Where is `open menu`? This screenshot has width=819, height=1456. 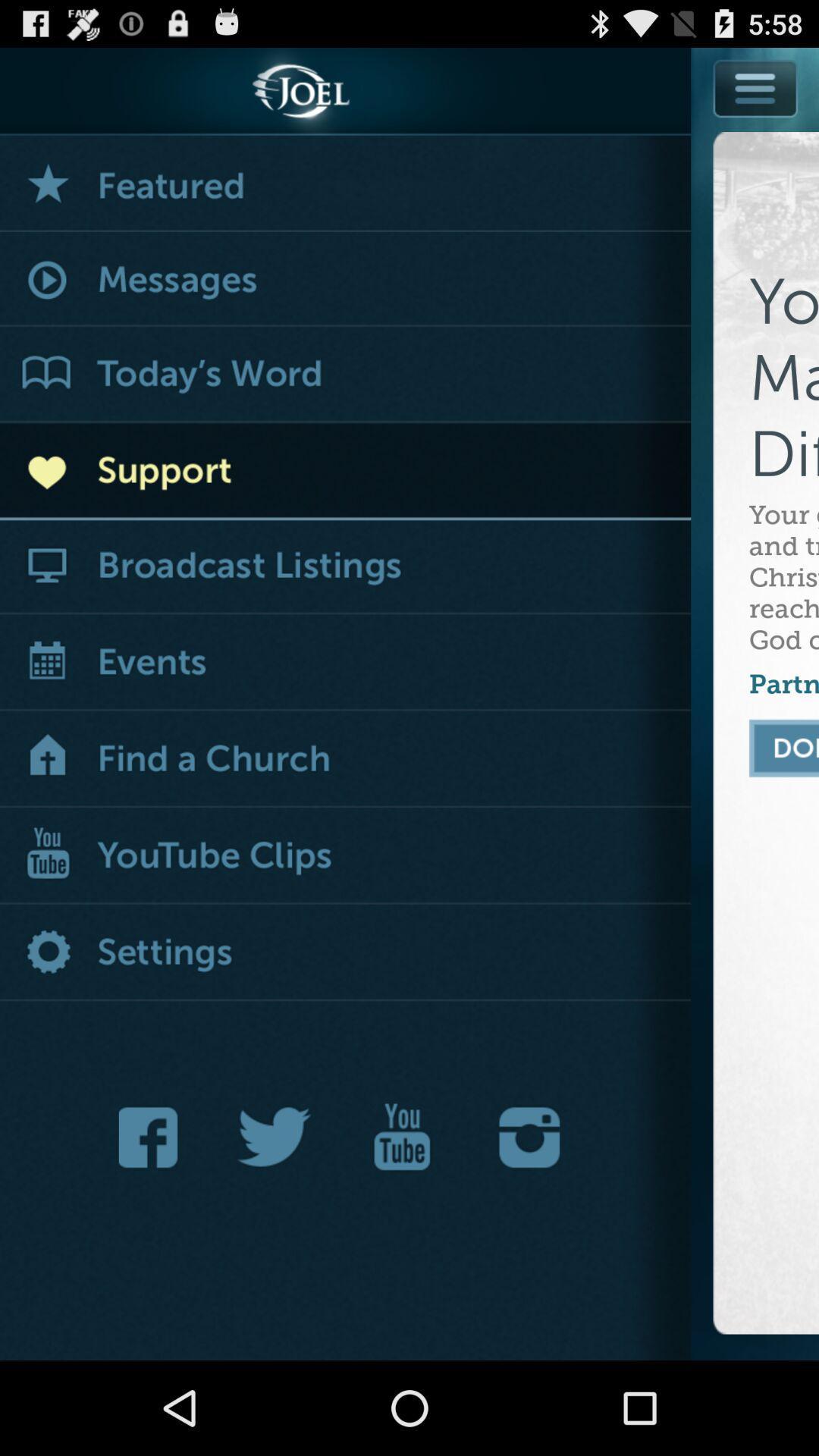 open menu is located at coordinates (755, 122).